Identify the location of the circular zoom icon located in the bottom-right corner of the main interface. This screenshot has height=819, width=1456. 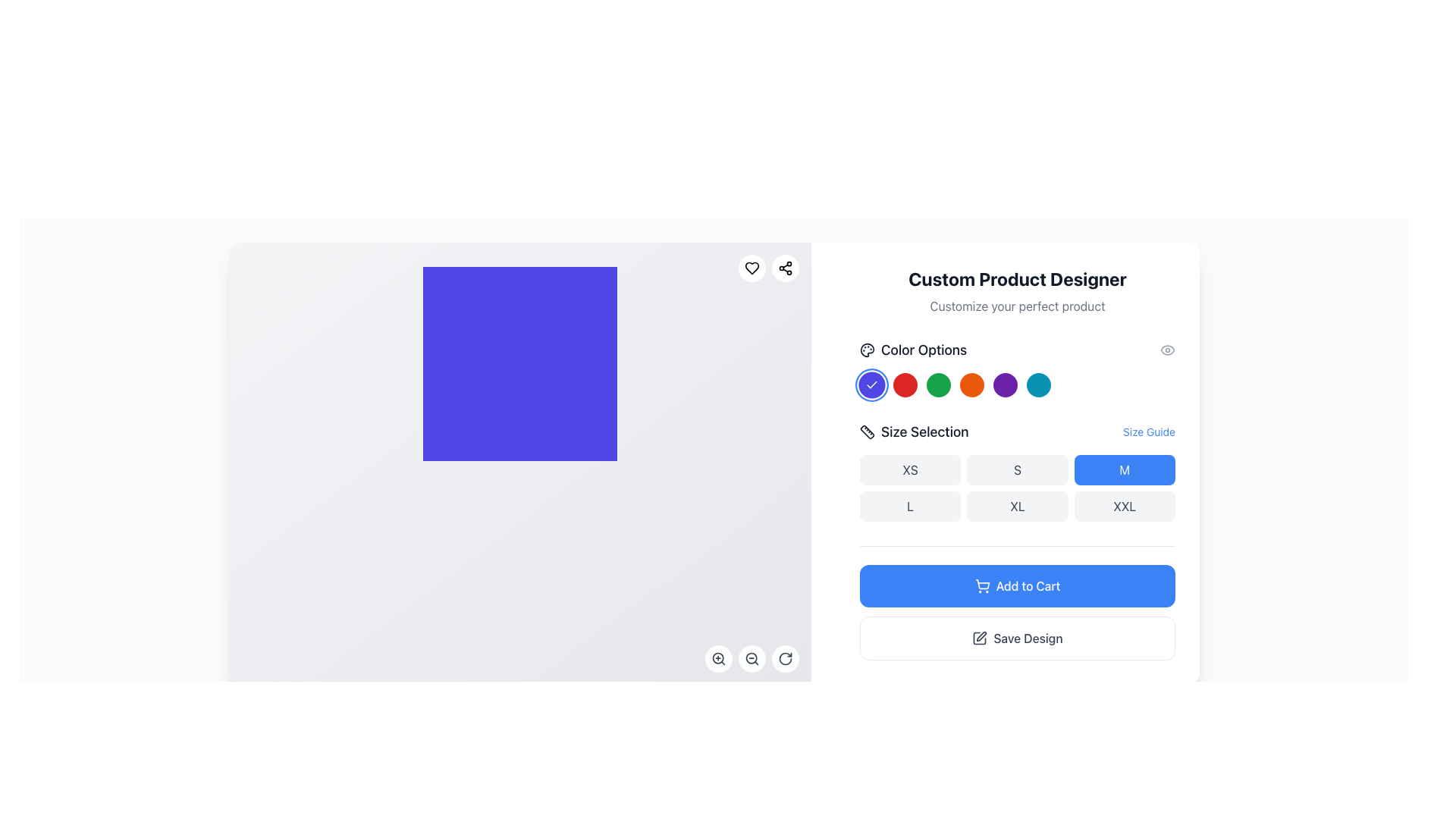
(717, 657).